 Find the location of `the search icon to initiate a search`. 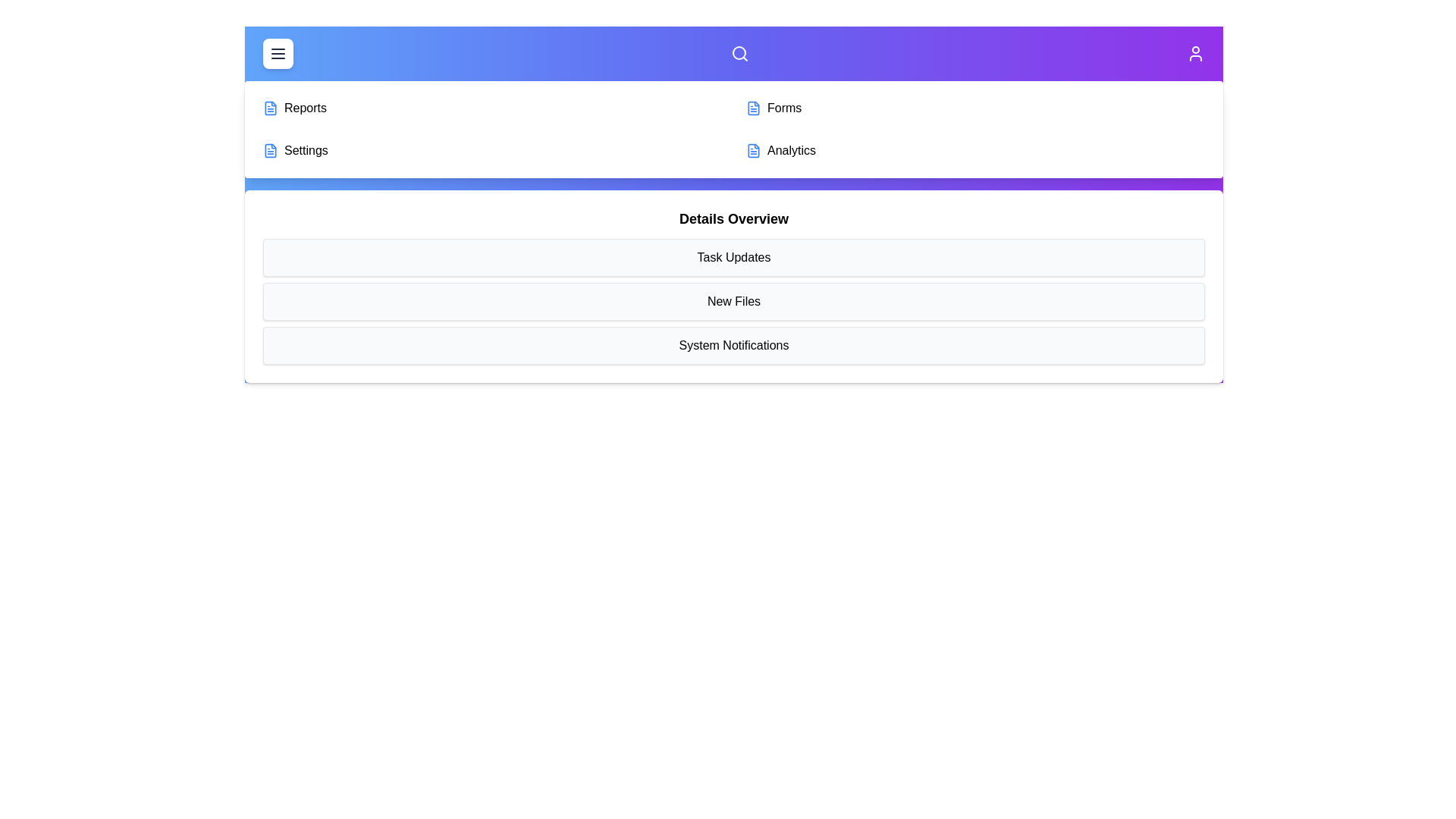

the search icon to initiate a search is located at coordinates (739, 52).